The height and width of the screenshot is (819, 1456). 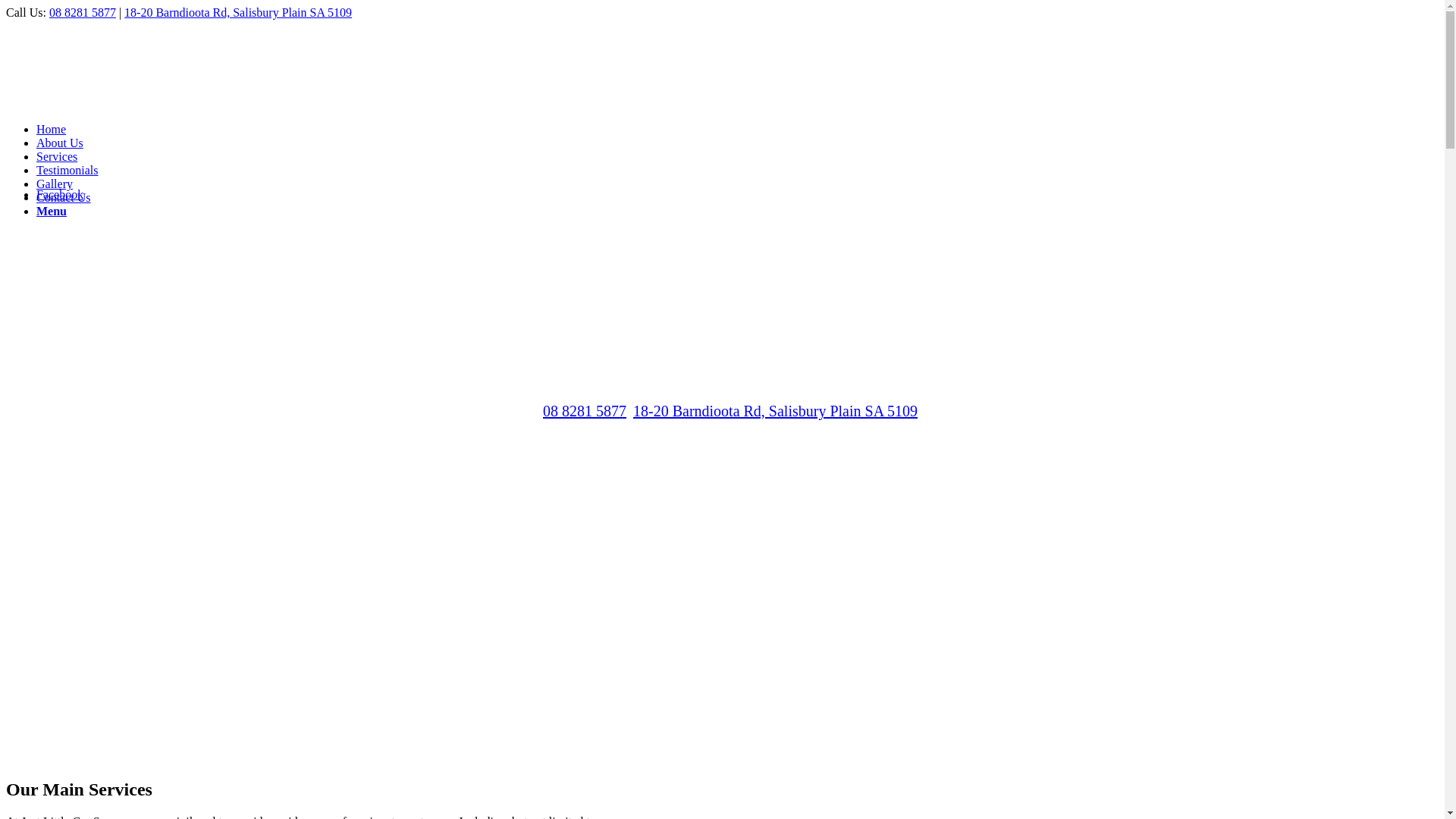 I want to click on 'About Us', so click(x=36, y=143).